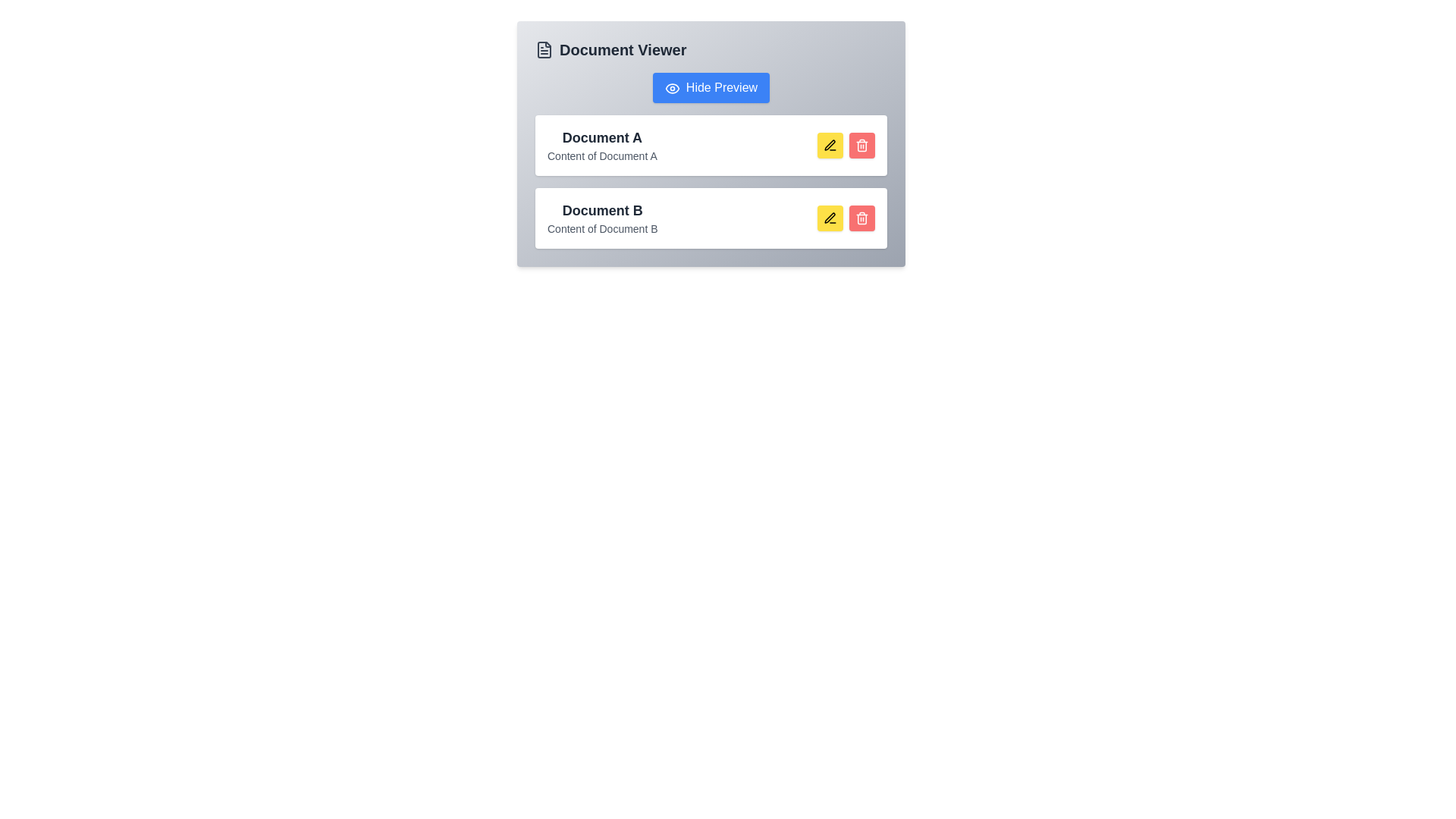  Describe the element at coordinates (544, 49) in the screenshot. I see `the document icon located at the top-left corner of the 'Document Viewer' section, preceding the text 'Document Viewer'` at that location.